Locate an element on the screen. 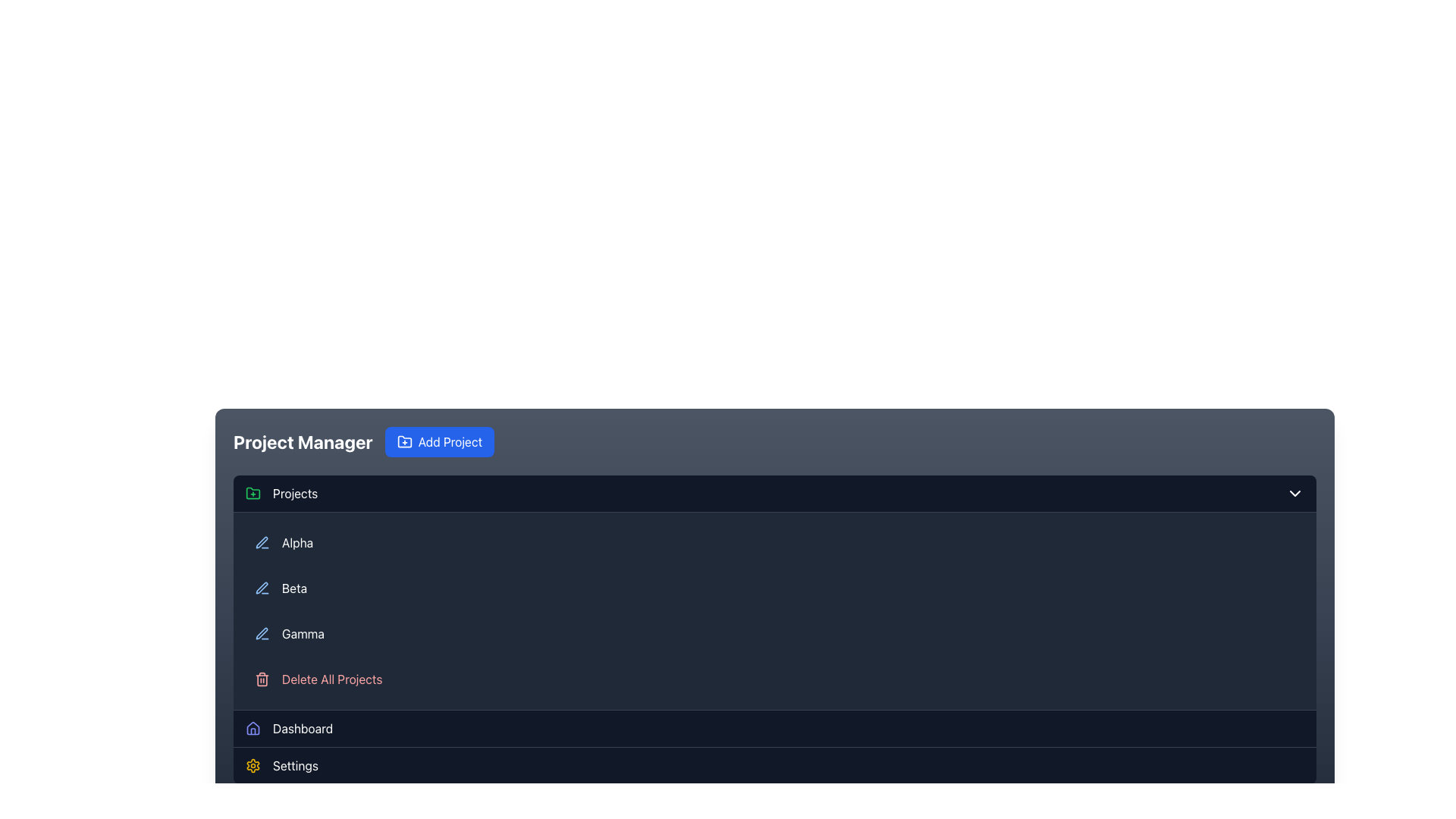 This screenshot has height=819, width=1456. the indigo house-shaped icon located in the left-side navigation menu, positioned below the 'Delete All Projects' button and above the 'Settings' option is located at coordinates (253, 727).